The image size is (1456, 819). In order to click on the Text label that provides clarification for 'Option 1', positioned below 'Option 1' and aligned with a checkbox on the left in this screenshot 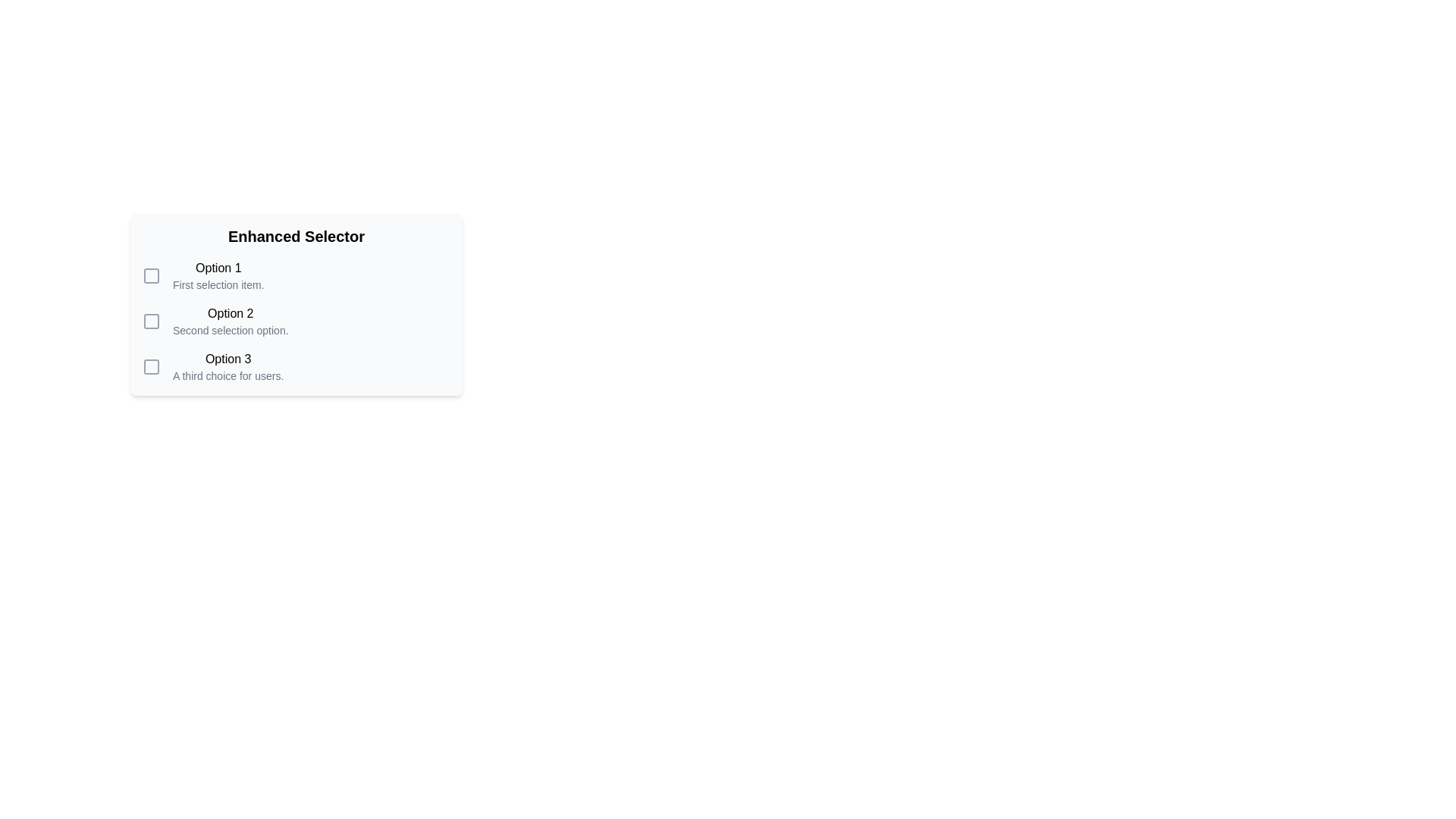, I will do `click(218, 284)`.